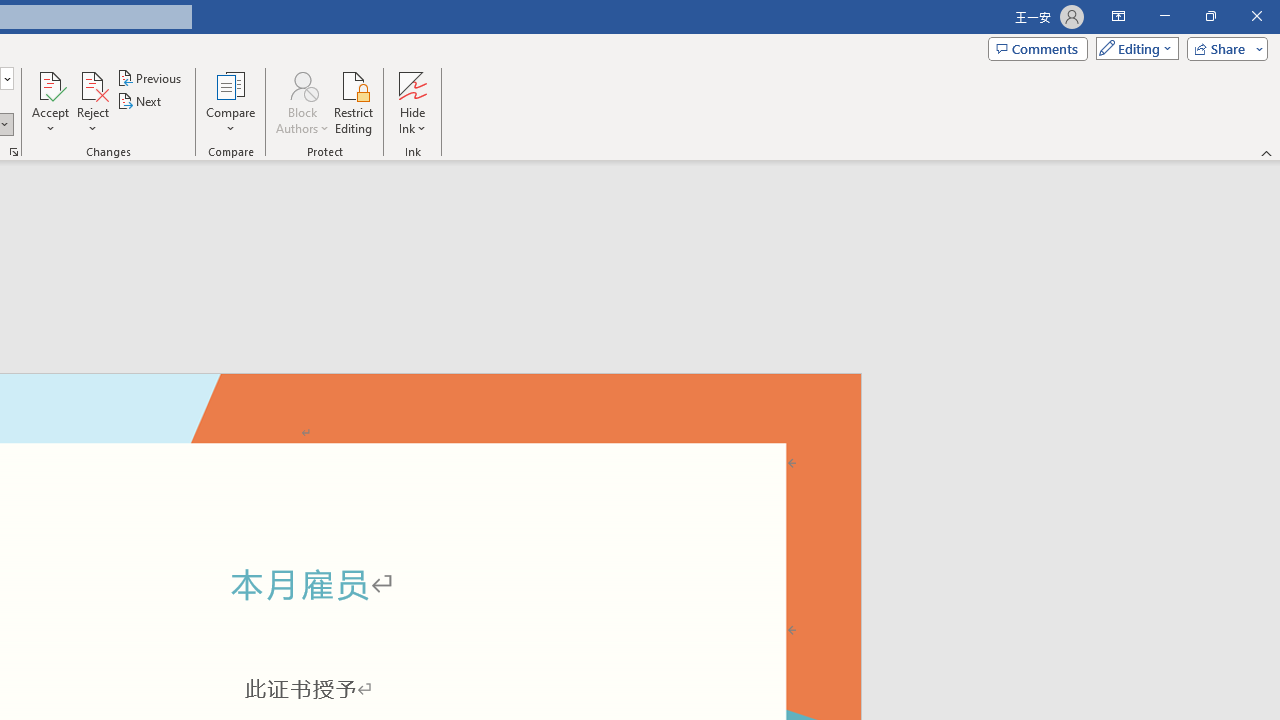 This screenshot has height=720, width=1280. I want to click on 'Collapse the Ribbon', so click(1266, 152).